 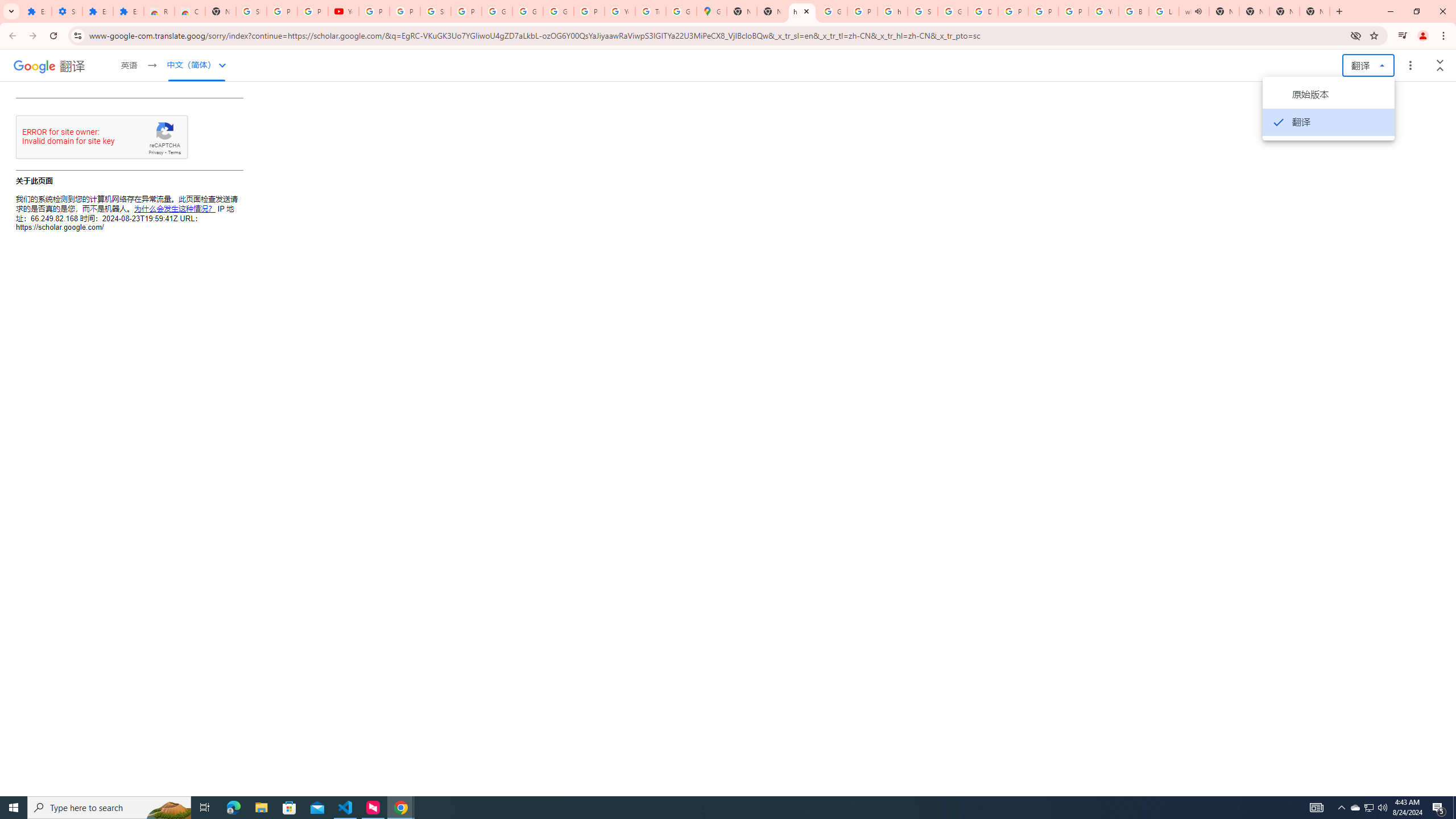 What do you see at coordinates (36, 11) in the screenshot?
I see `'Extensions'` at bounding box center [36, 11].